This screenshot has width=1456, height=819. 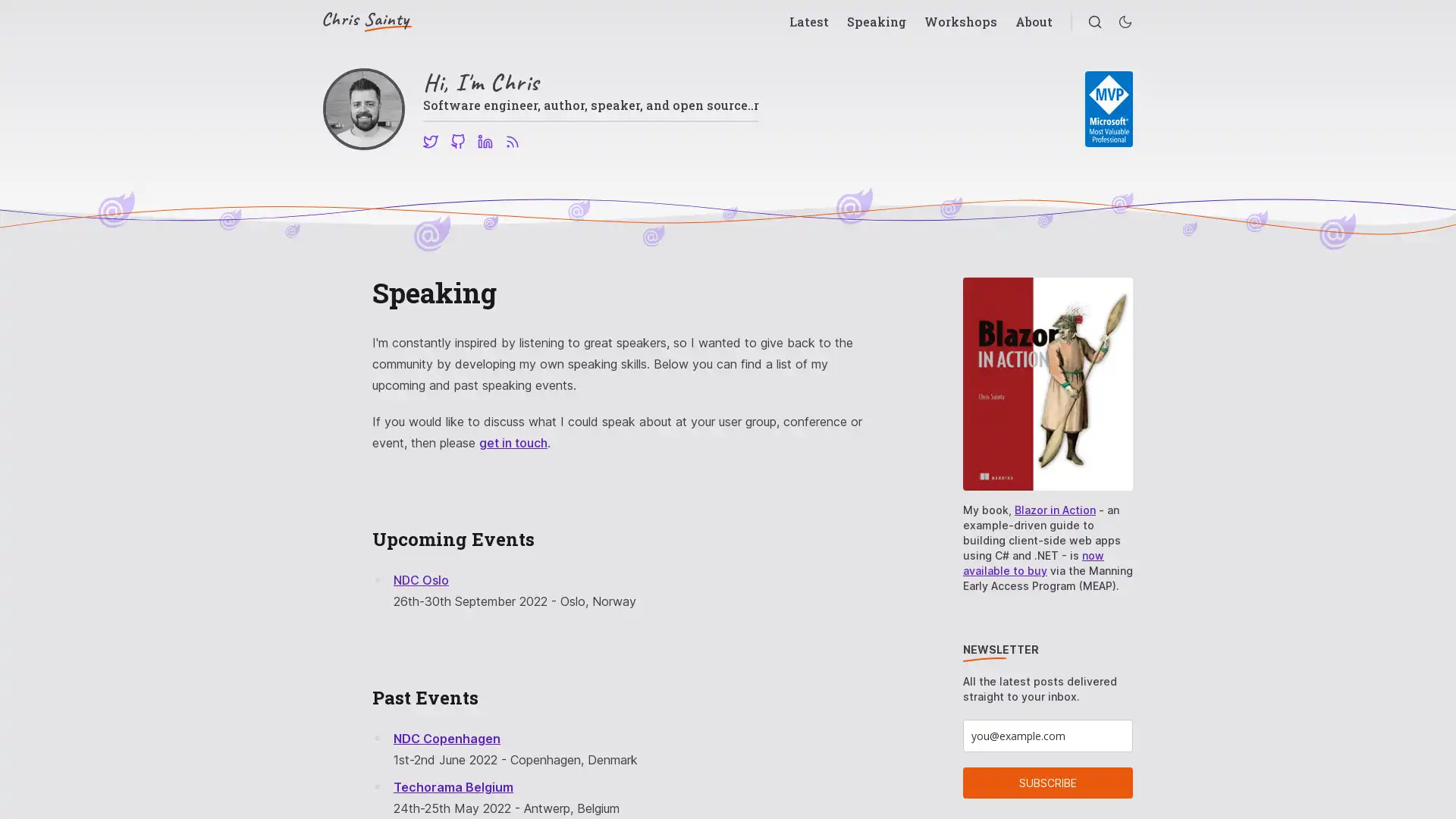 I want to click on Enable dark mode, so click(x=1125, y=22).